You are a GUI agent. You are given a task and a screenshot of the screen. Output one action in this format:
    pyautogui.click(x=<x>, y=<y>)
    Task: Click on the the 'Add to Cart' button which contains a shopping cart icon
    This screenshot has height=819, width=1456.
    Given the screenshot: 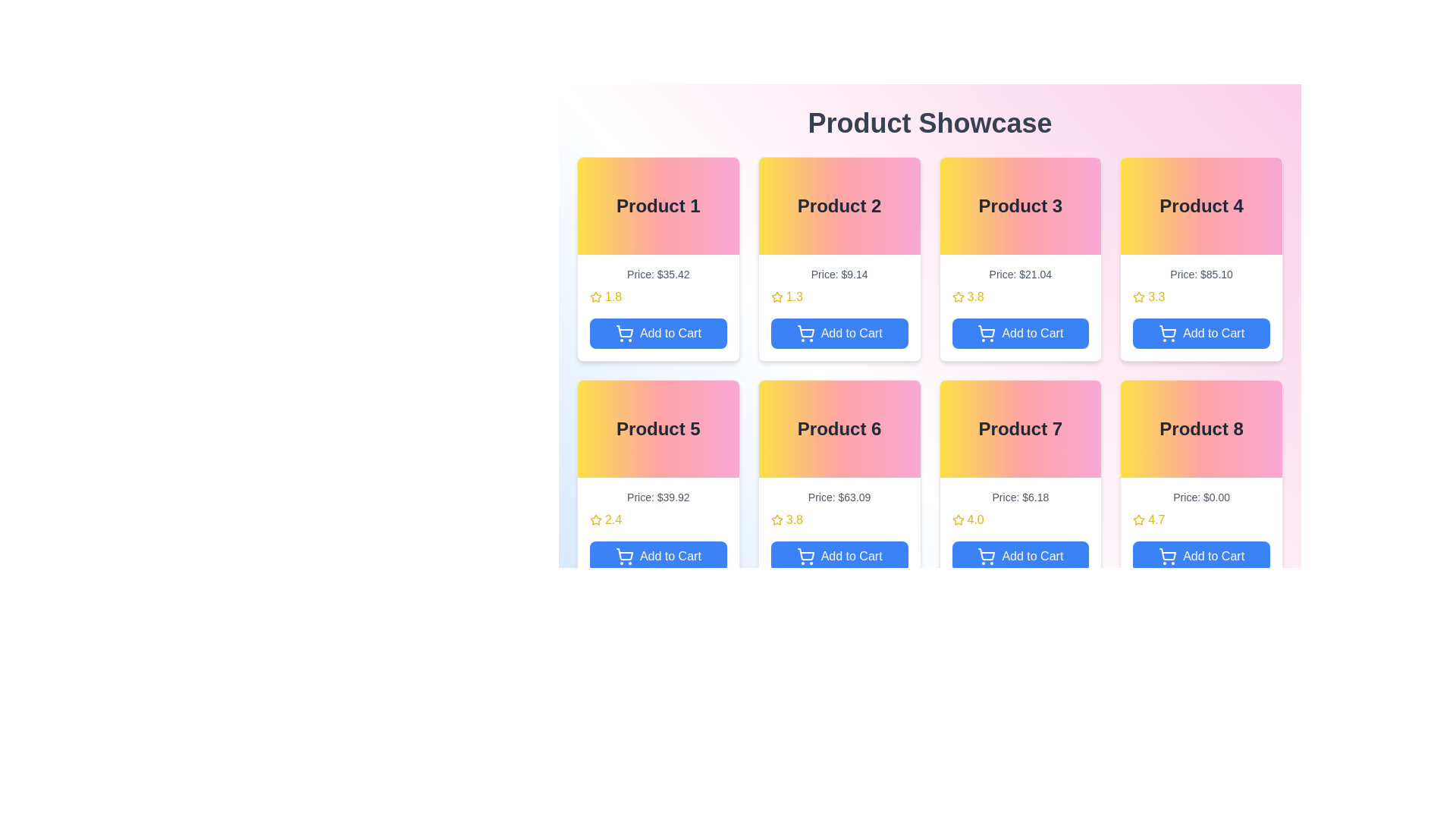 What is the action you would take?
    pyautogui.click(x=624, y=332)
    